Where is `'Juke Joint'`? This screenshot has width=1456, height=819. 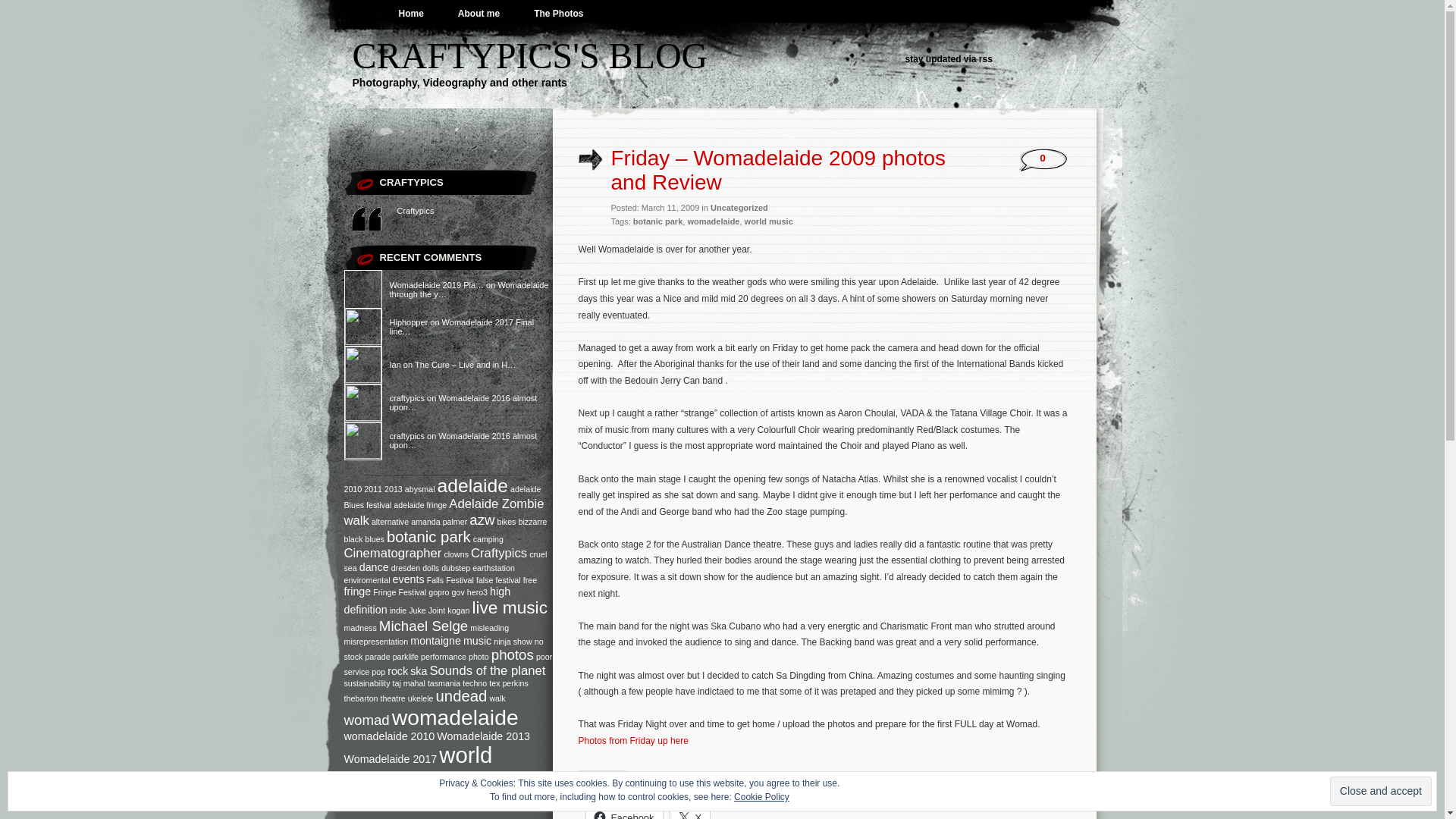
'Juke Joint' is located at coordinates (425, 610).